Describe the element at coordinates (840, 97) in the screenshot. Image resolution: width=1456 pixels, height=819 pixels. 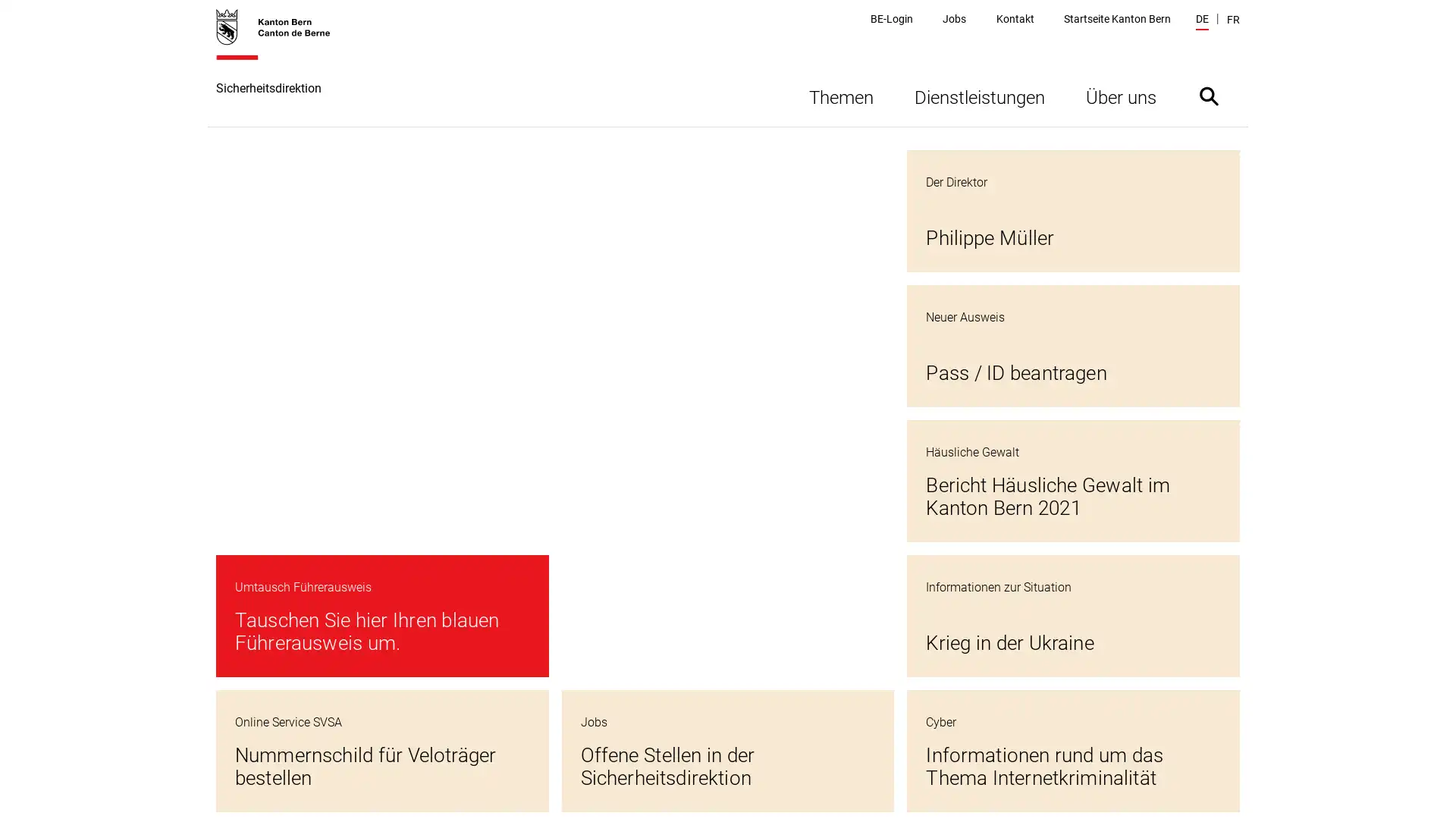
I see `Themen` at that location.